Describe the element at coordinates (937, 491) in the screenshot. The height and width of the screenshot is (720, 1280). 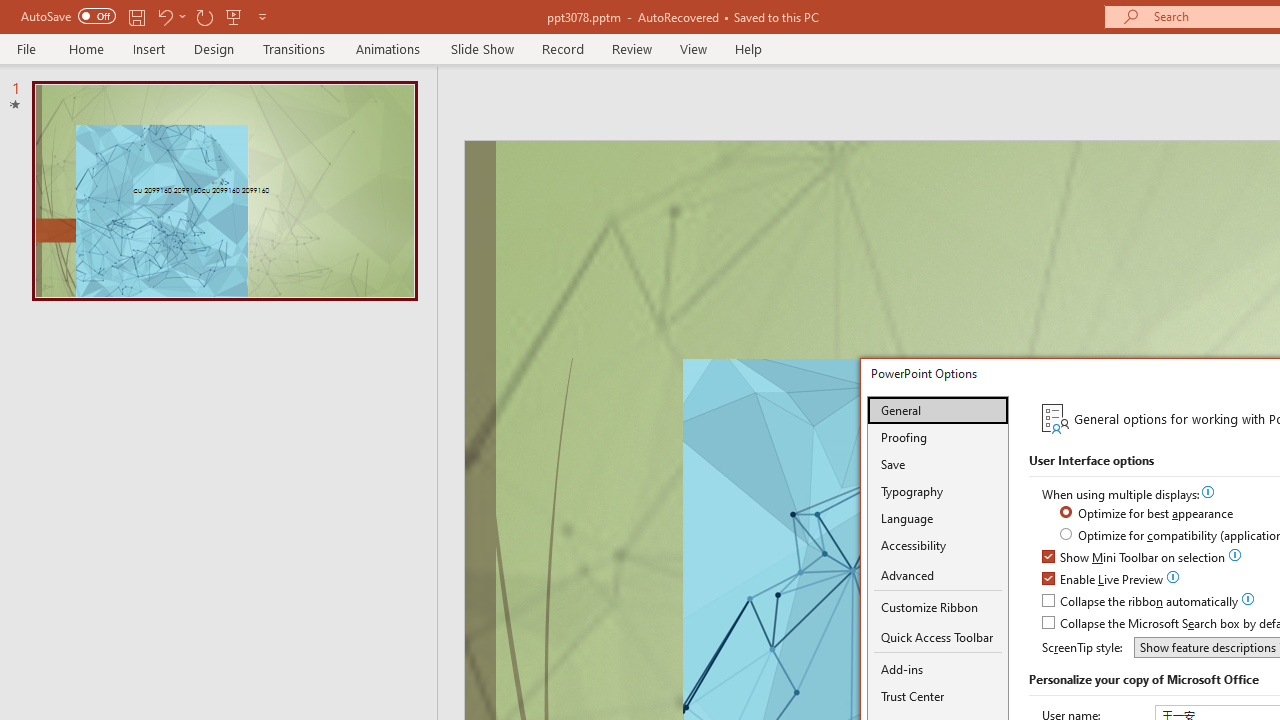
I see `'Typography'` at that location.